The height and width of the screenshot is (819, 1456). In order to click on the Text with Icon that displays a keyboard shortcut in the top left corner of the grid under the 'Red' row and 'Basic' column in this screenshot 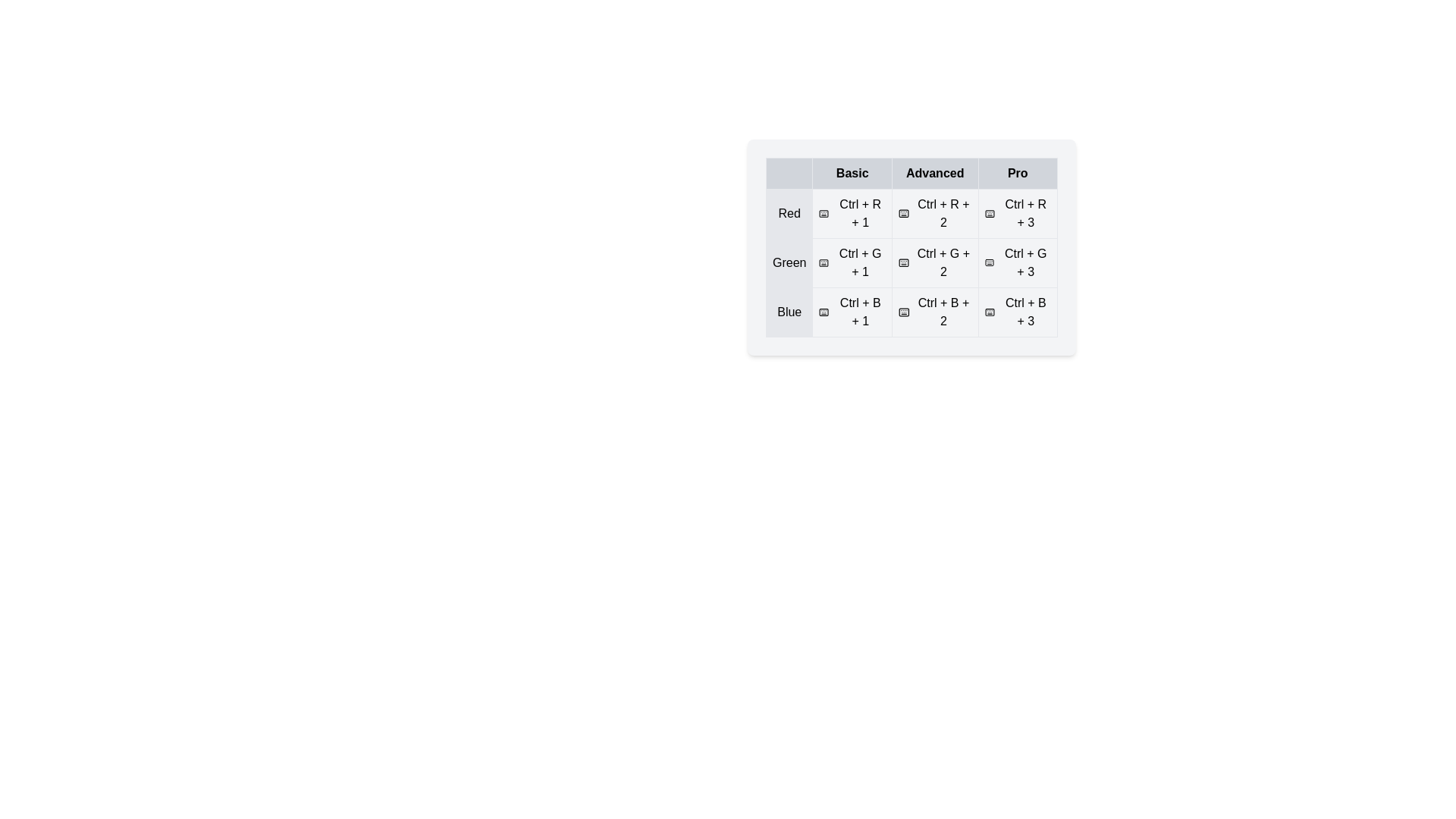, I will do `click(852, 213)`.